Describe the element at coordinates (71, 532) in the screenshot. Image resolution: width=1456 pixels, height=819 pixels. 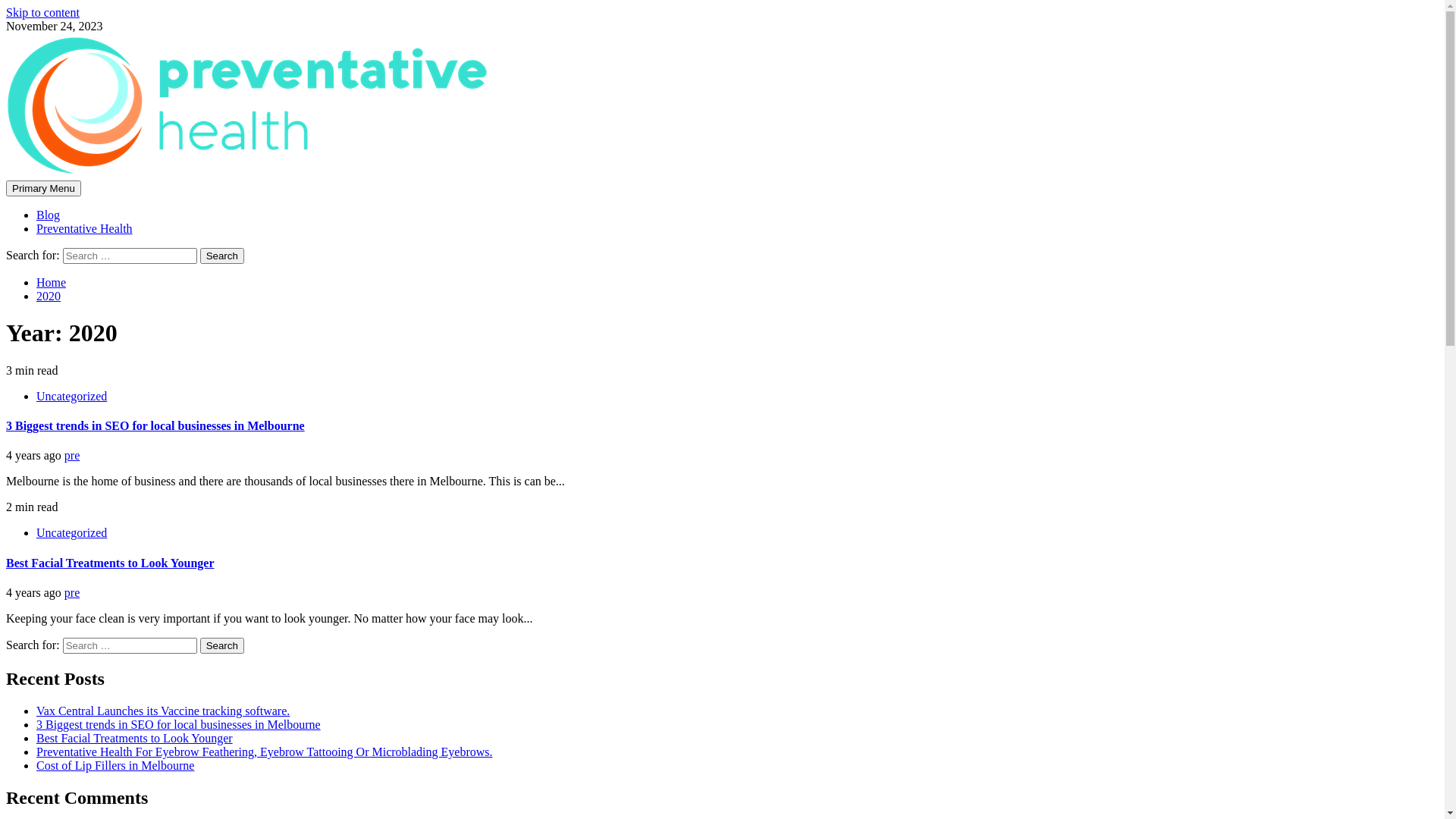
I see `'Uncategorized'` at that location.